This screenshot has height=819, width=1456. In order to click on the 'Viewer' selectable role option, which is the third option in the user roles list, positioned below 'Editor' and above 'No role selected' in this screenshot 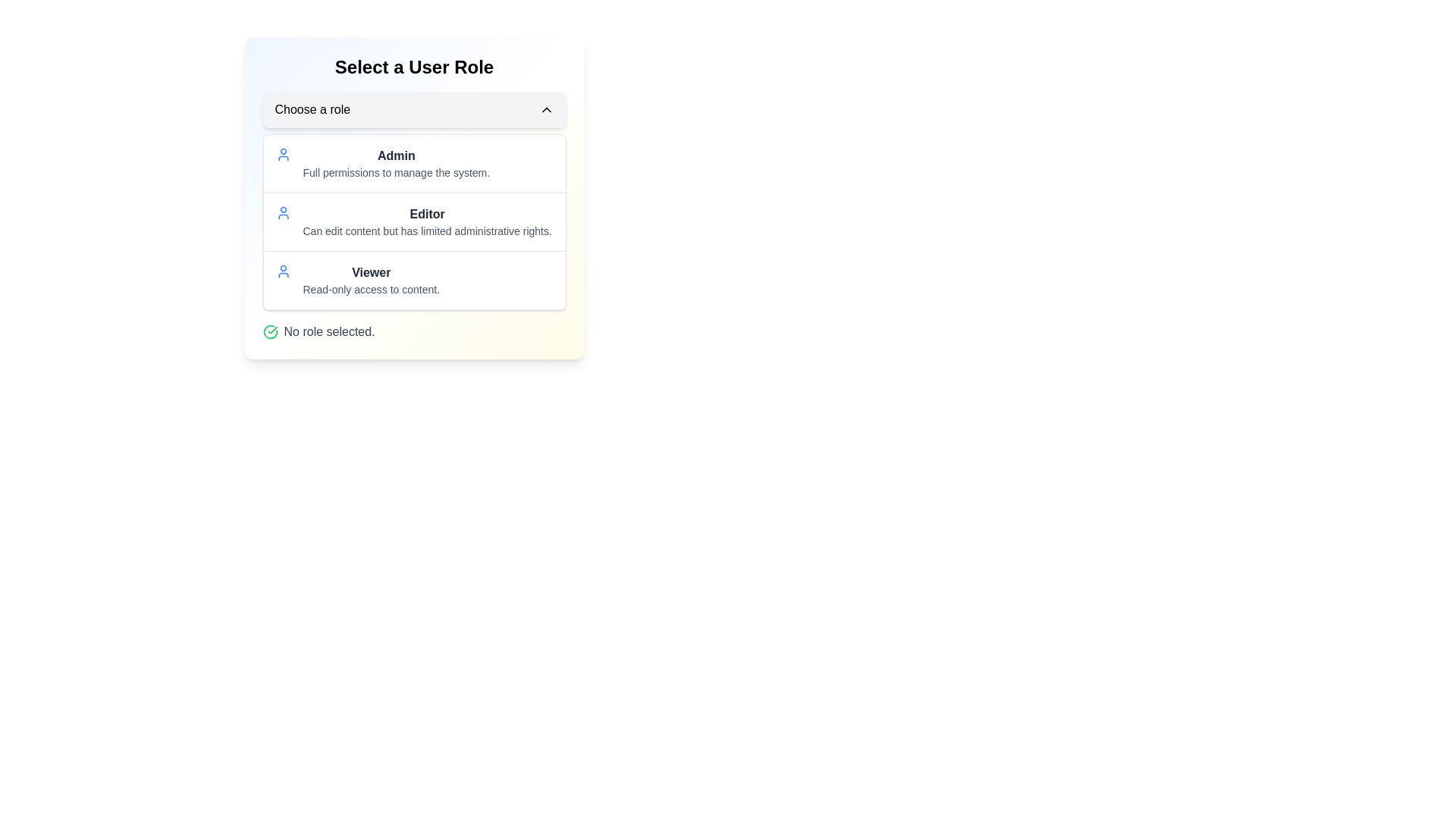, I will do `click(371, 281)`.